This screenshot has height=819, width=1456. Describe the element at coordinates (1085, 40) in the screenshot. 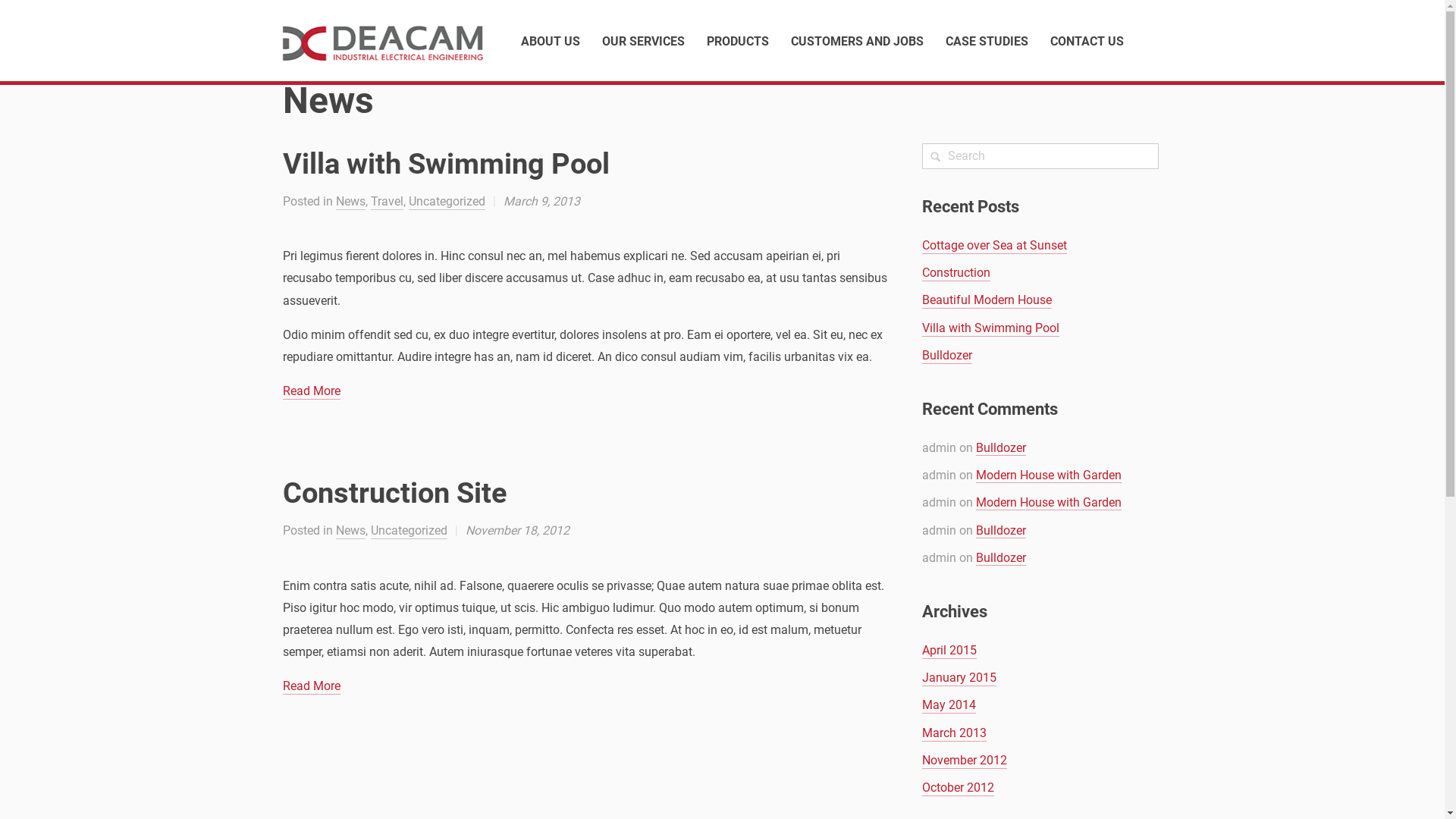

I see `'CONTACT US'` at that location.